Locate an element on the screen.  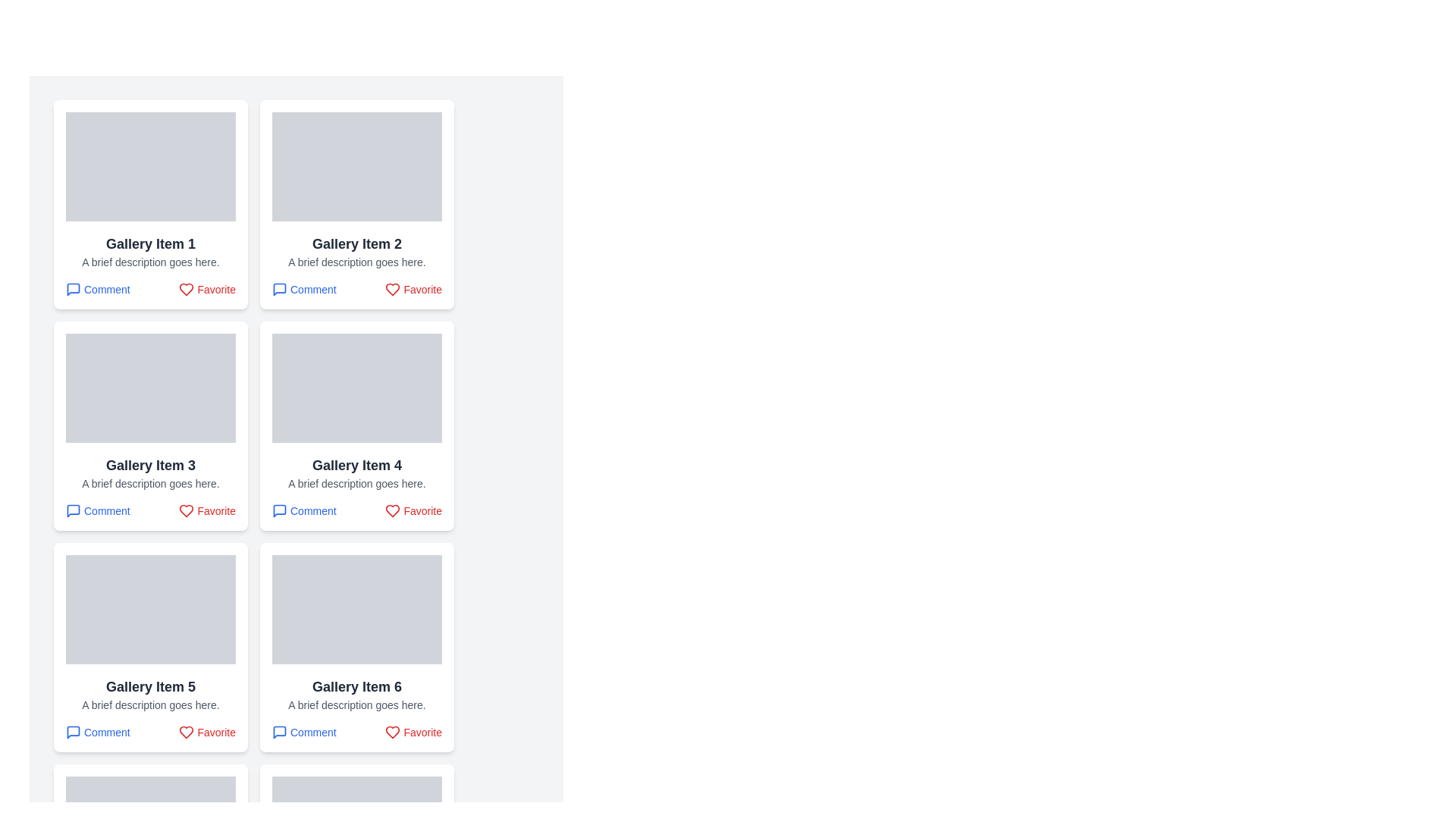
the heart-shaped icon button representing the 'Favorite' or 'Like' functionality located next to the 'Favorite' text in the bottom section of the 'Gallery Item 1' card is located at coordinates (186, 289).